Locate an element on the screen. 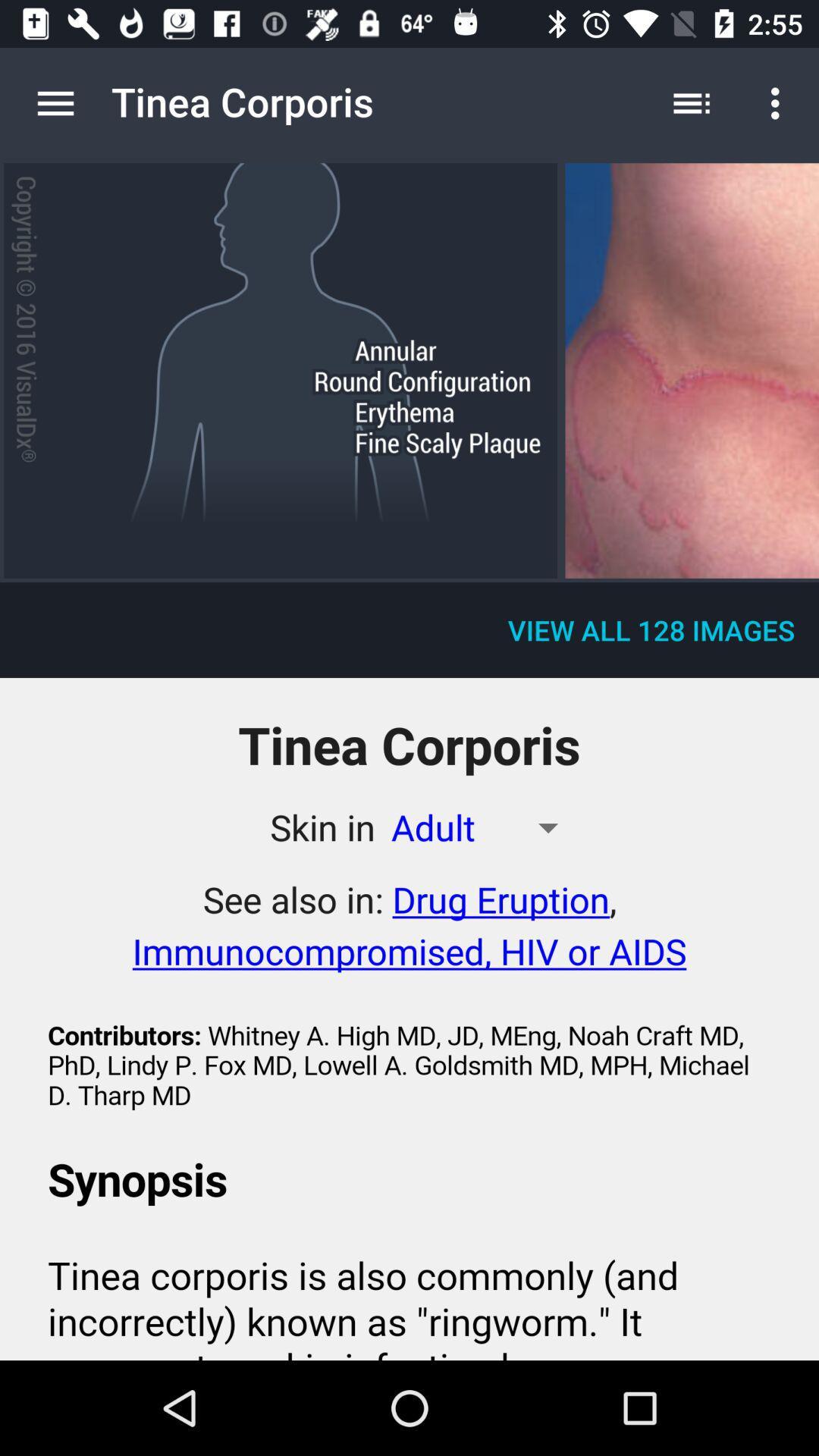 This screenshot has width=819, height=1456. image is located at coordinates (692, 371).